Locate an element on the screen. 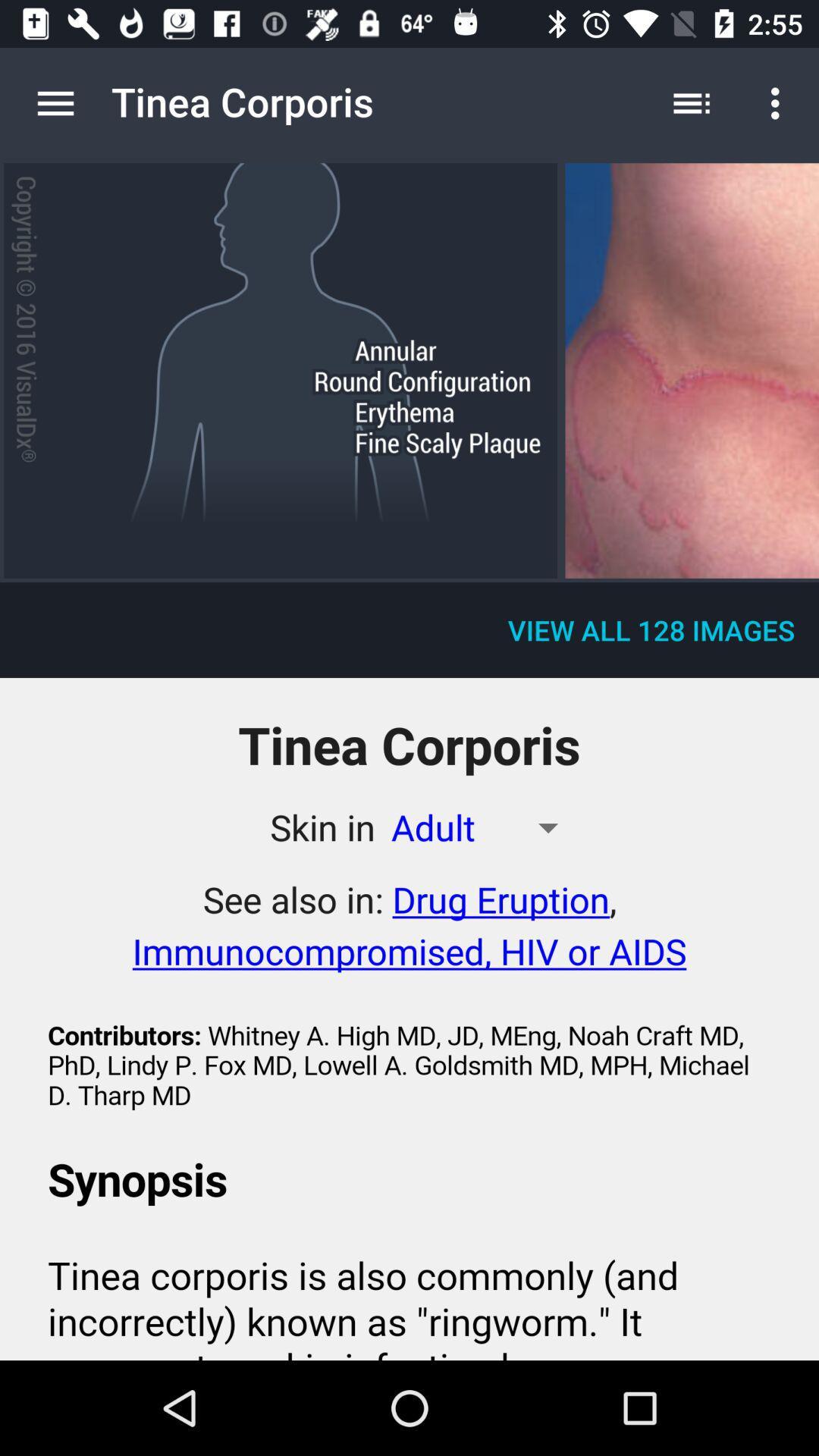 This screenshot has width=819, height=1456. image is located at coordinates (692, 371).